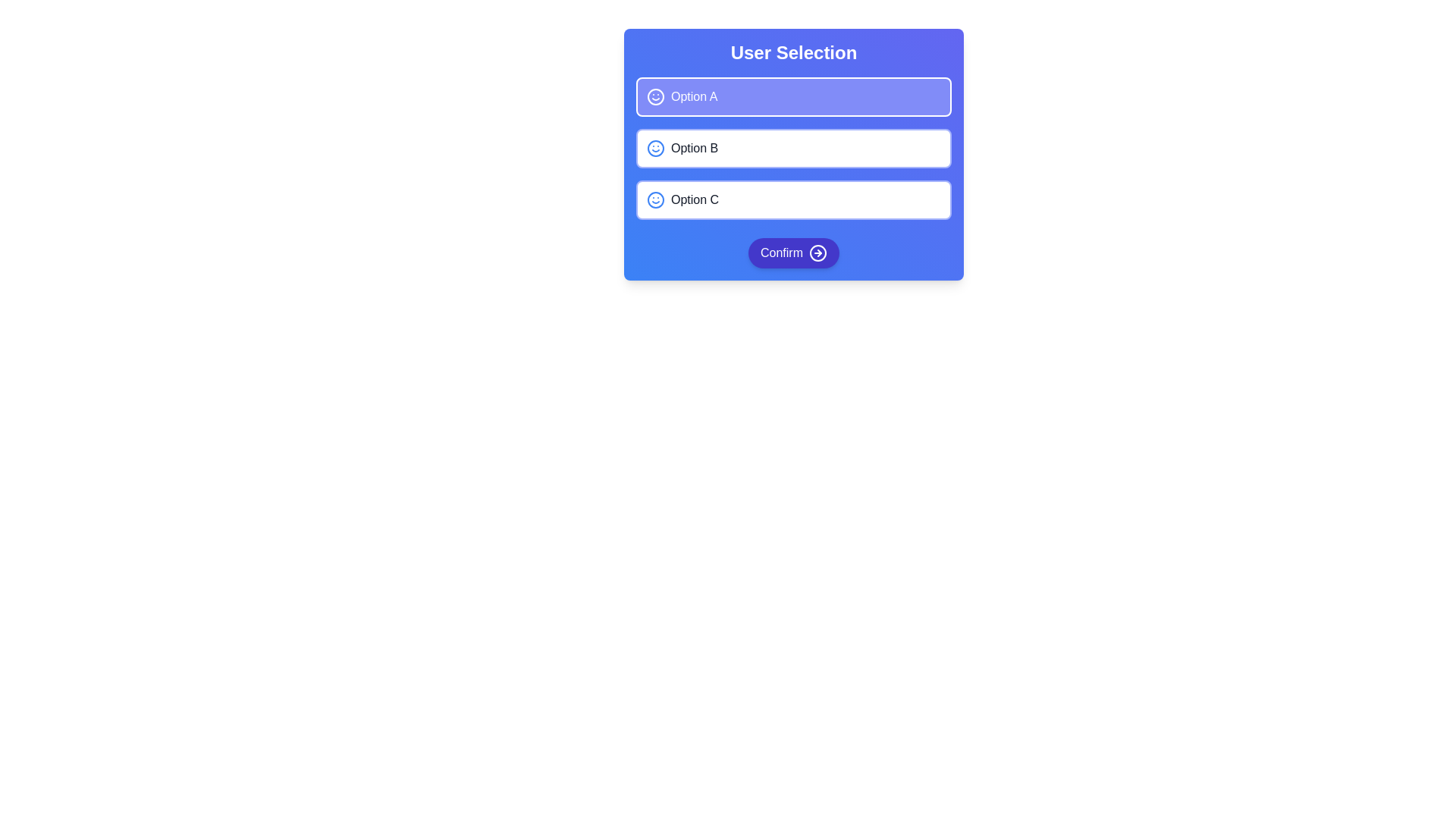  I want to click on the first Button-like list item, so click(792, 96).